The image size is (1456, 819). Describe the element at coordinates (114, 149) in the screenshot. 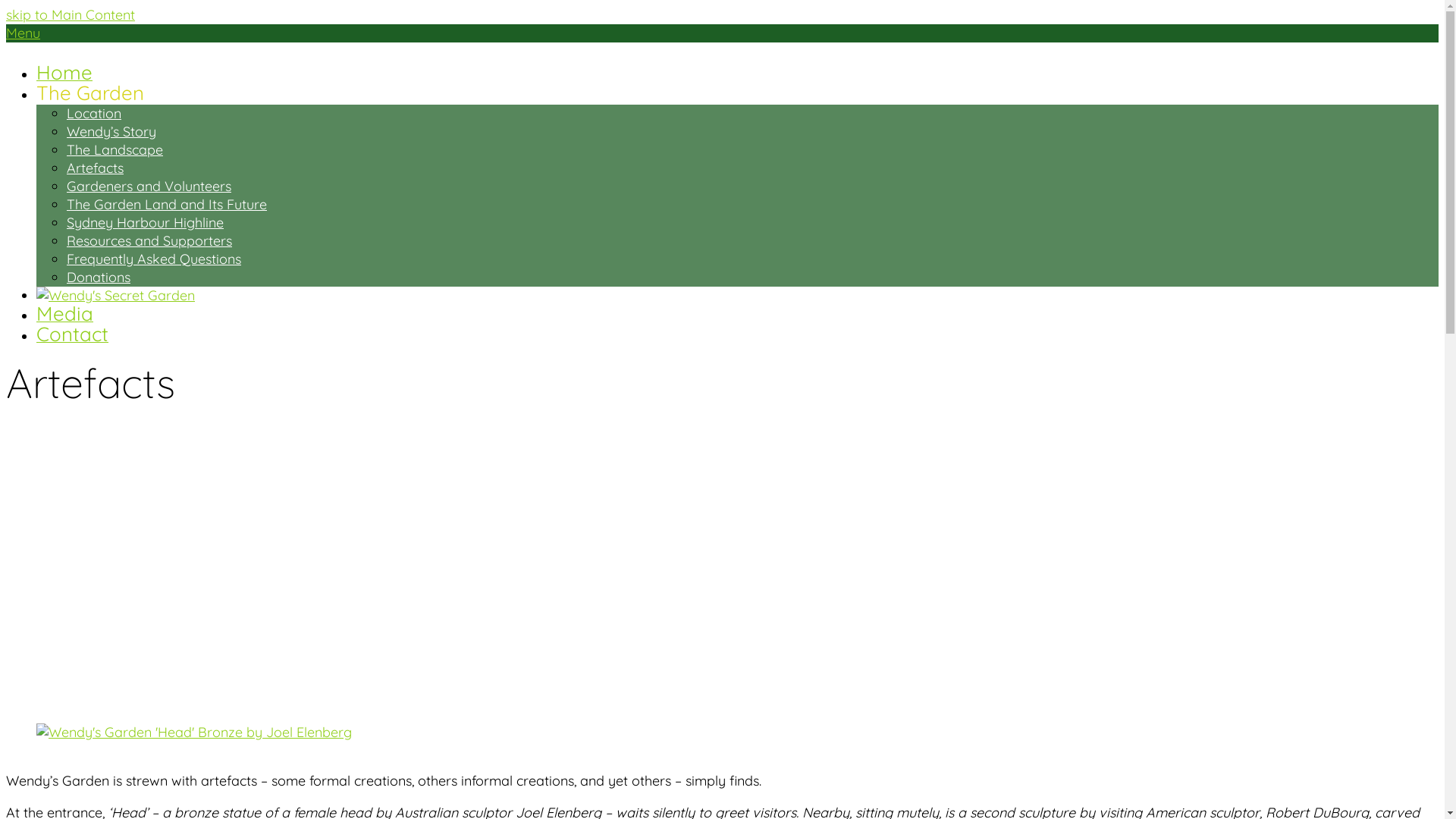

I see `'The Landscape'` at that location.